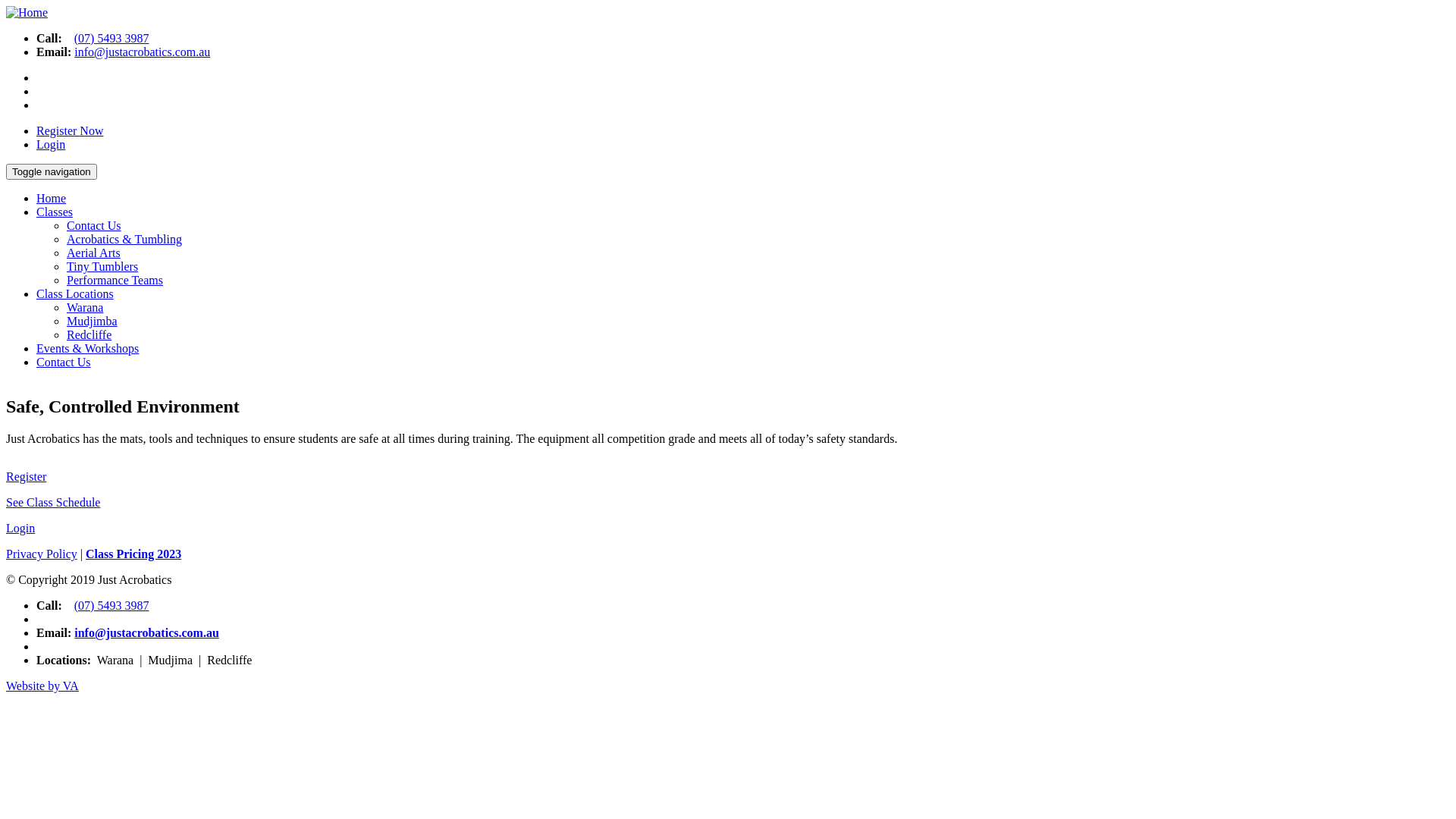  Describe the element at coordinates (88, 334) in the screenshot. I see `'Redcliffe'` at that location.